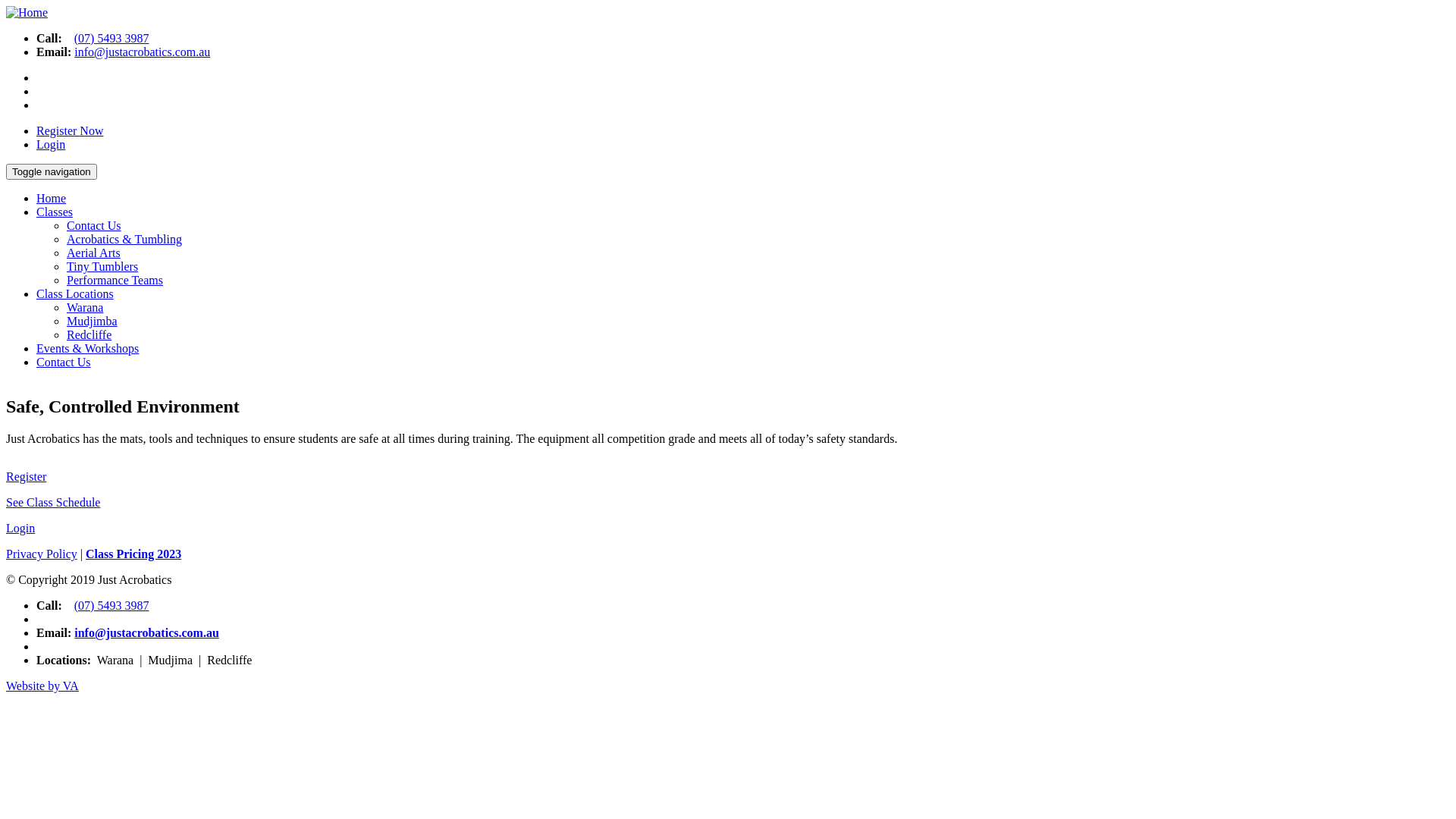  Describe the element at coordinates (88, 334) in the screenshot. I see `'Redcliffe'` at that location.